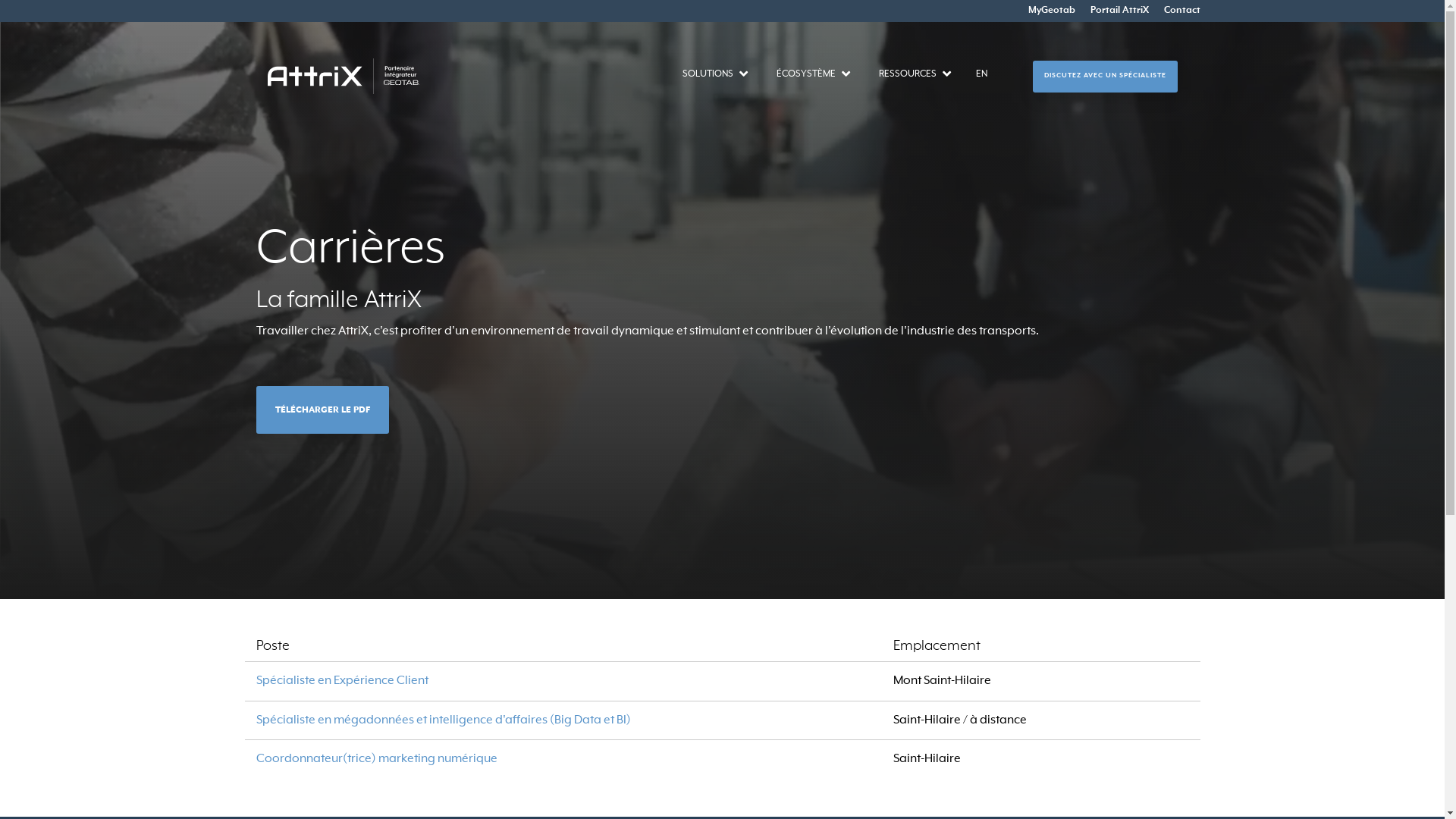  What do you see at coordinates (906, 74) in the screenshot?
I see `'RESSOURCES'` at bounding box center [906, 74].